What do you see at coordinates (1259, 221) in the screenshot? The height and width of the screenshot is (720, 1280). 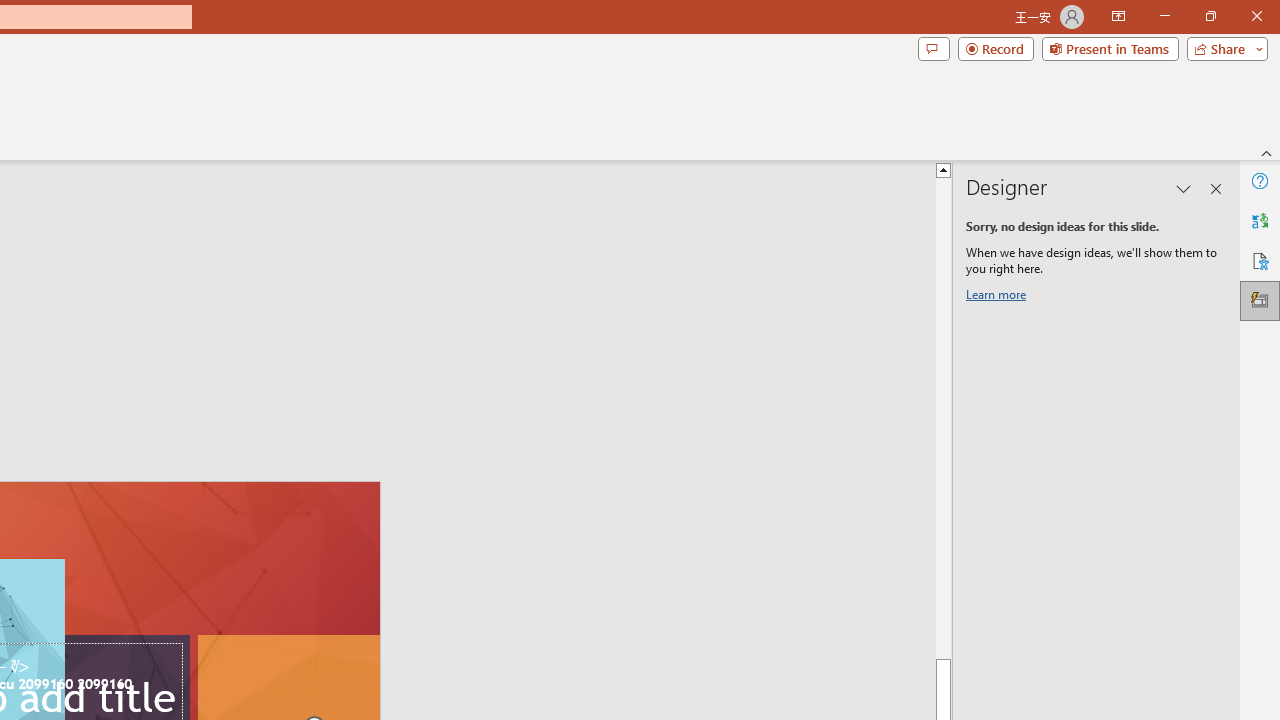 I see `'Translator'` at bounding box center [1259, 221].